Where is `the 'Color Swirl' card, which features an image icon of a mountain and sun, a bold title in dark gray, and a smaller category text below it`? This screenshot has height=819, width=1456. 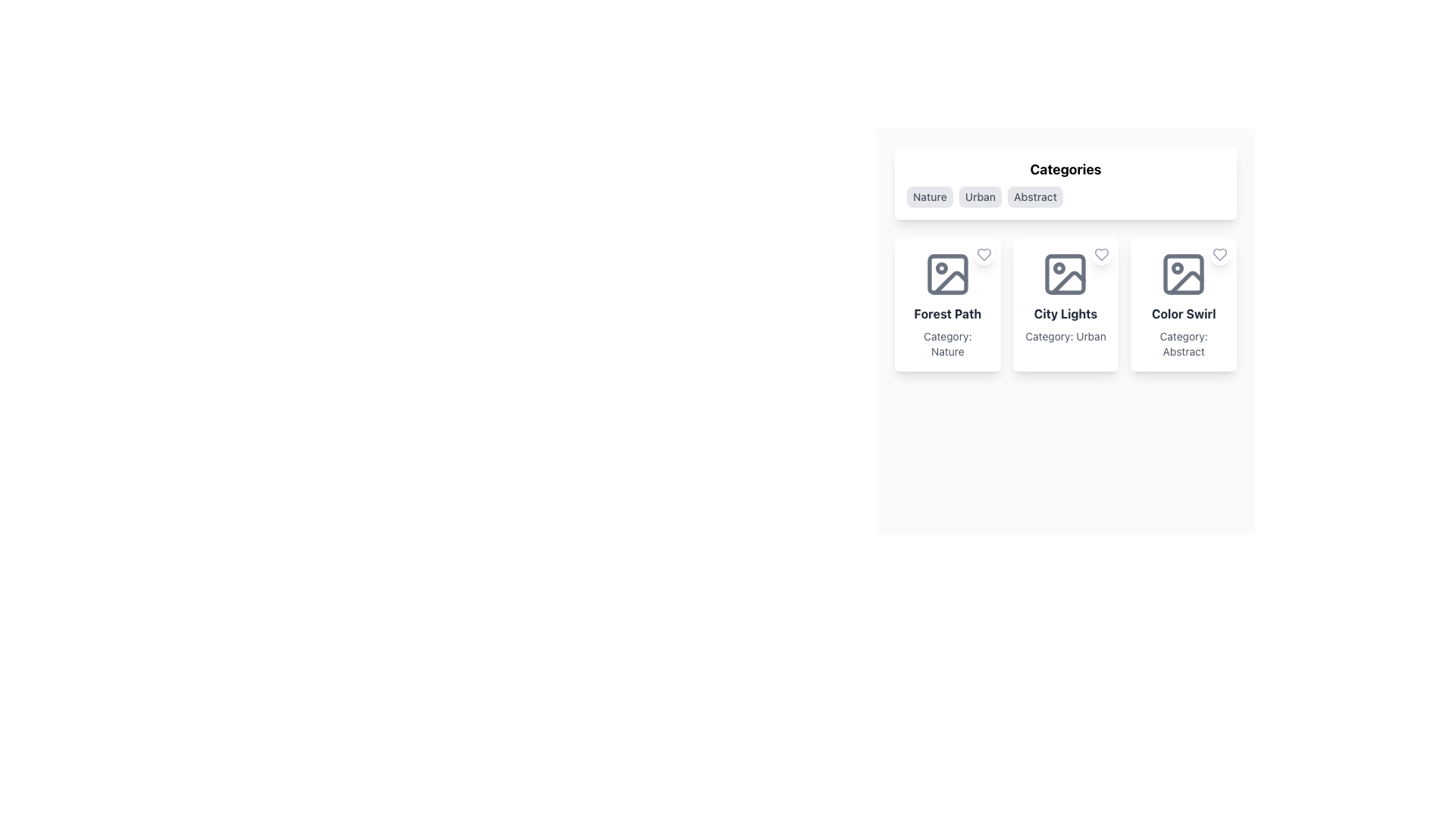
the 'Color Swirl' card, which features an image icon of a mountain and sun, a bold title in dark gray, and a smaller category text below it is located at coordinates (1183, 304).